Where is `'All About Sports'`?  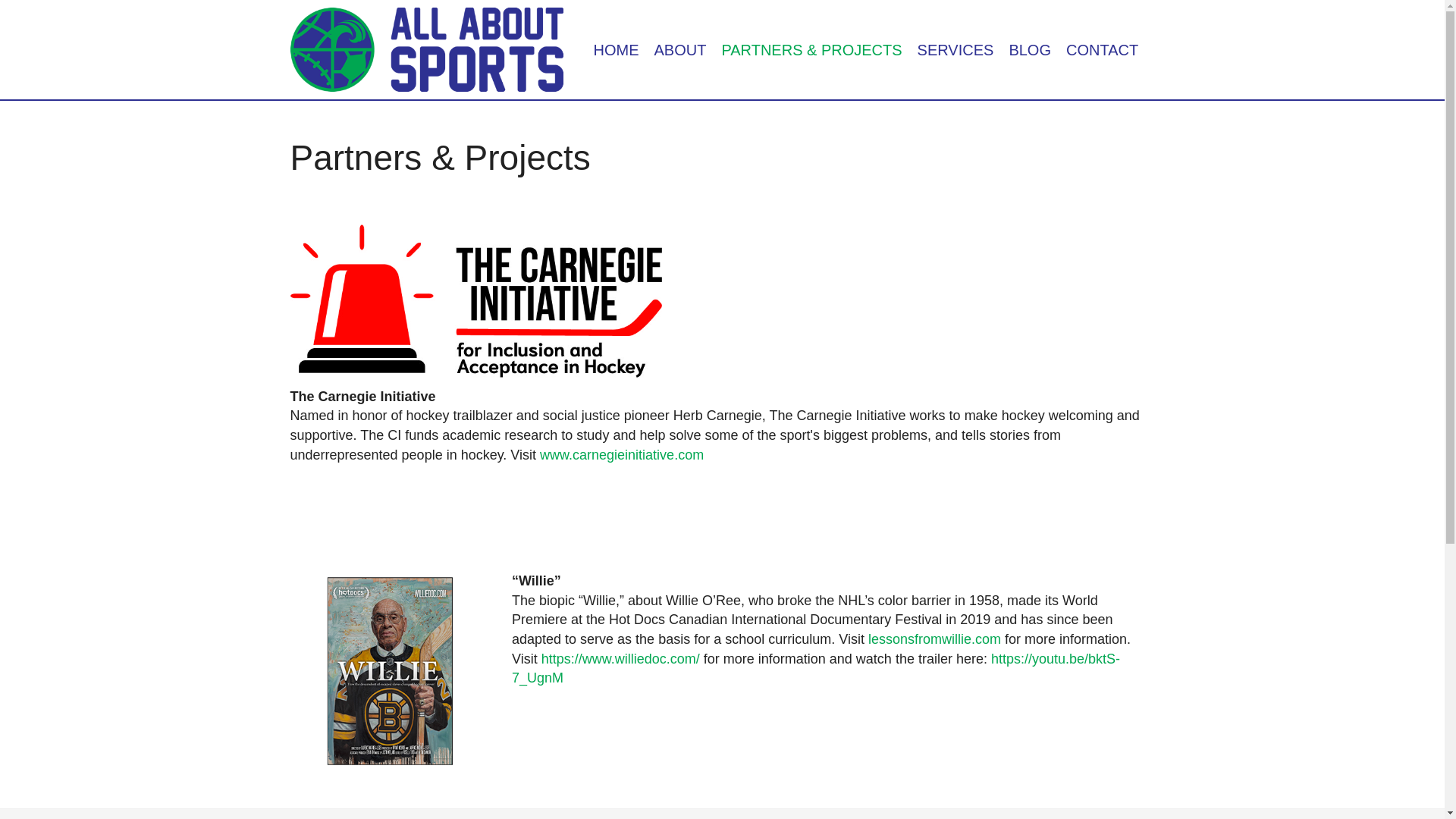 'All About Sports' is located at coordinates (425, 49).